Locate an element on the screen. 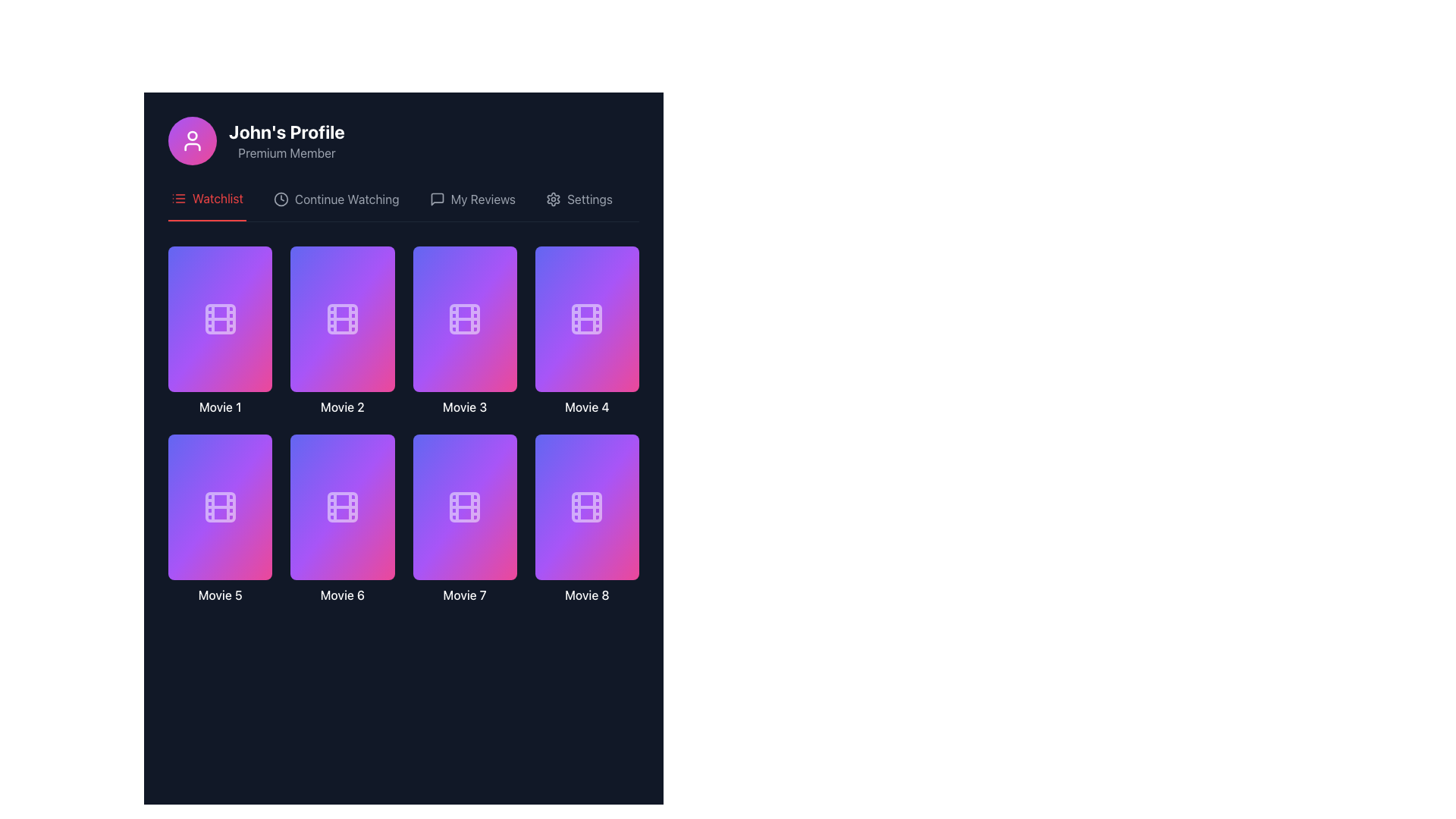 The height and width of the screenshot is (819, 1456). the Icon representing 'Movie 7' within the seventh card of an eight-card grid layout is located at coordinates (464, 519).